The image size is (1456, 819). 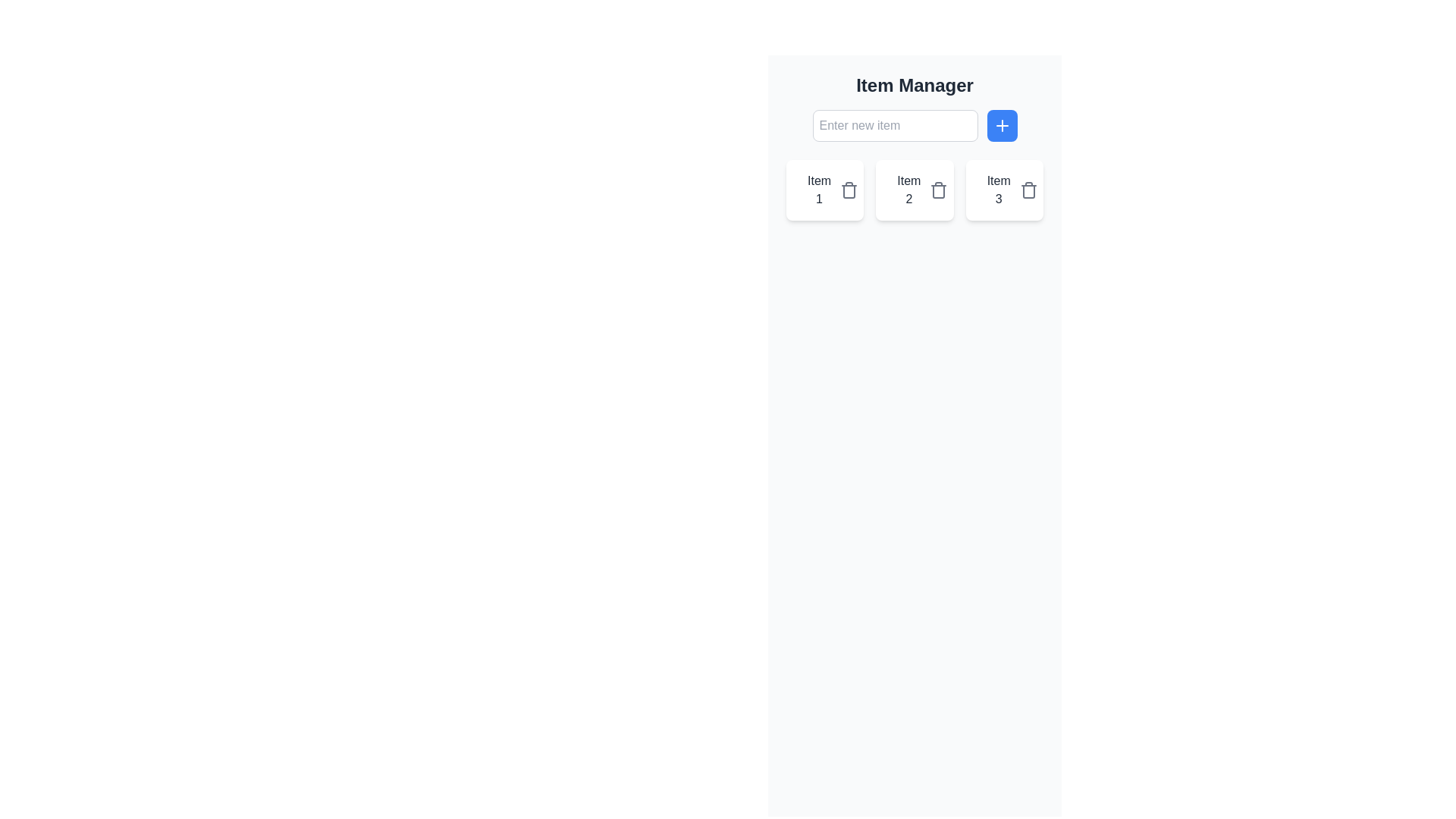 I want to click on the trash can icon button, so click(x=938, y=189).